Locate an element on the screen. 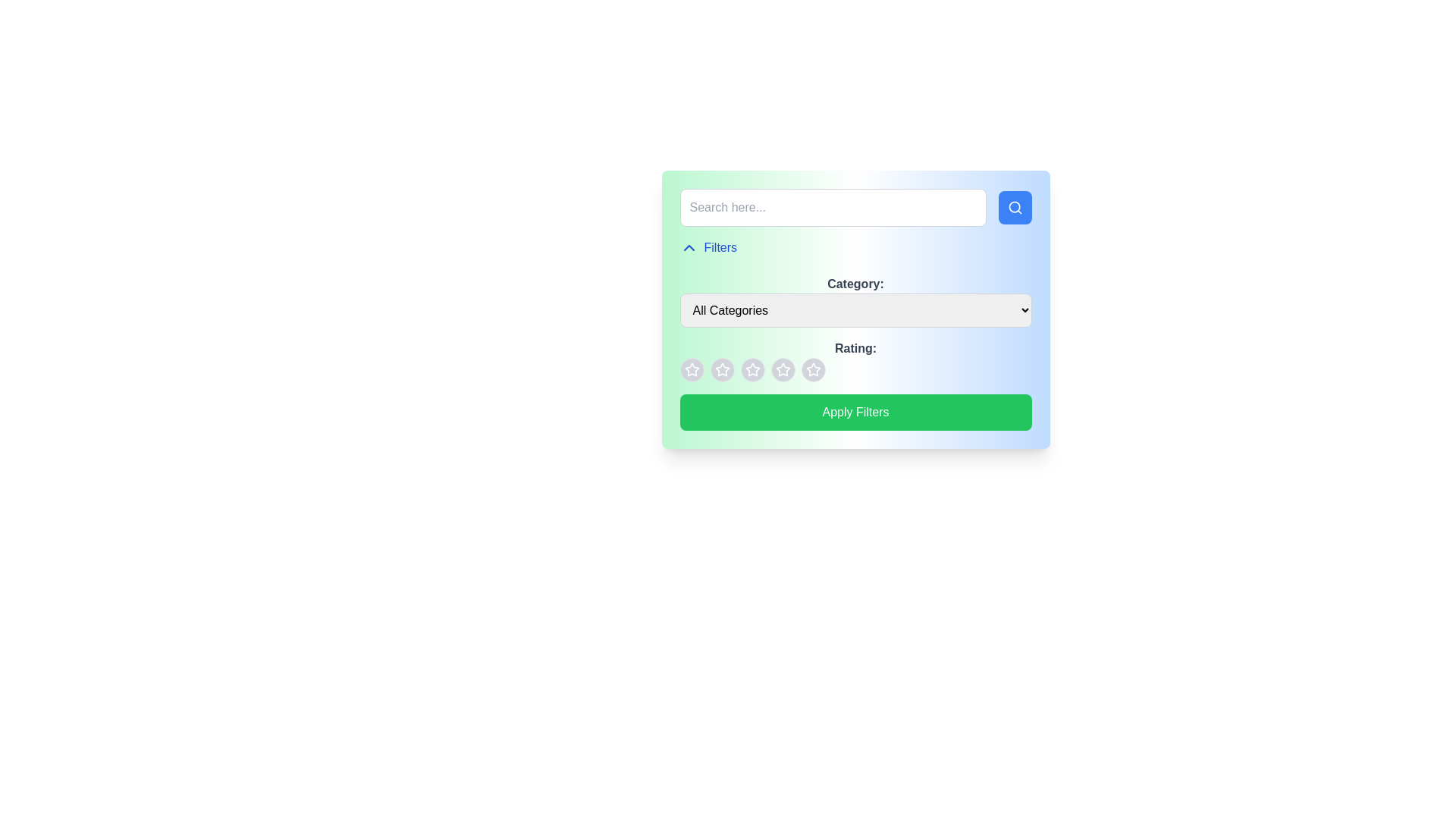  the 'Filters' button is located at coordinates (708, 247).